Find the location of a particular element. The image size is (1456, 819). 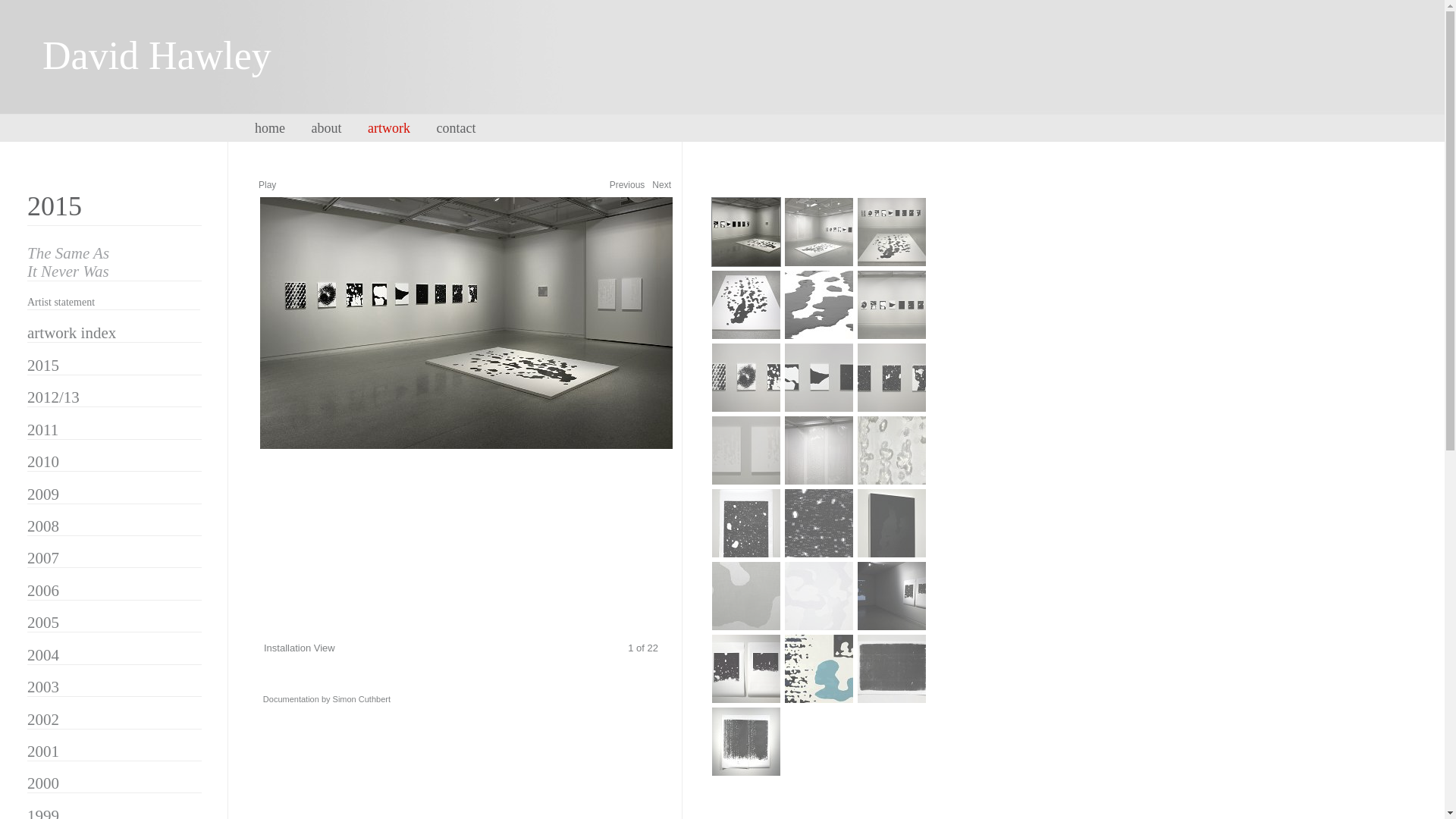

'contact' is located at coordinates (466, 127).